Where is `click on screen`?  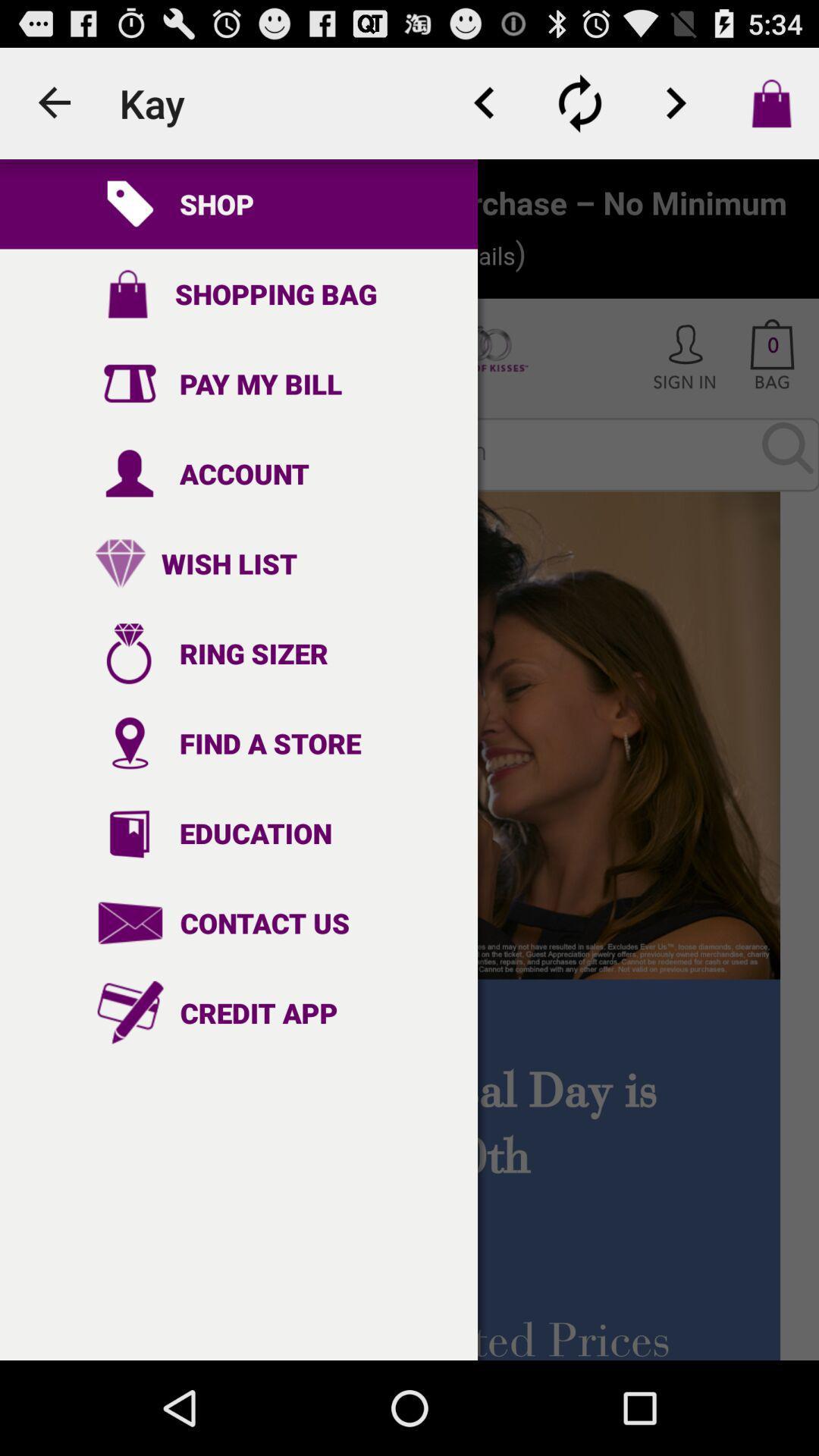
click on screen is located at coordinates (409, 760).